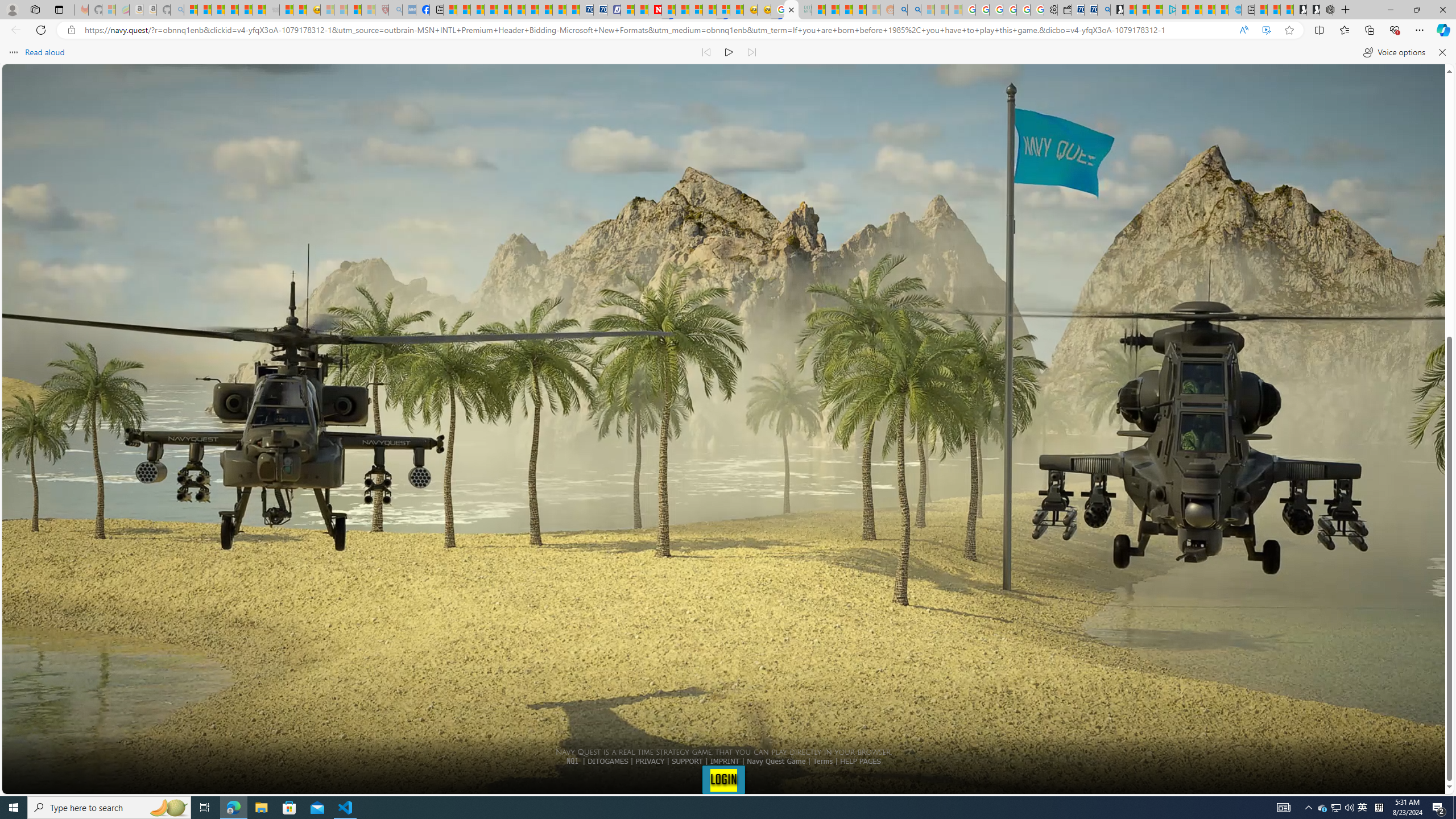 This screenshot has height=819, width=1456. Describe the element at coordinates (682, 9) in the screenshot. I see `'14 Common Myths Debunked By Scientific Facts'` at that location.